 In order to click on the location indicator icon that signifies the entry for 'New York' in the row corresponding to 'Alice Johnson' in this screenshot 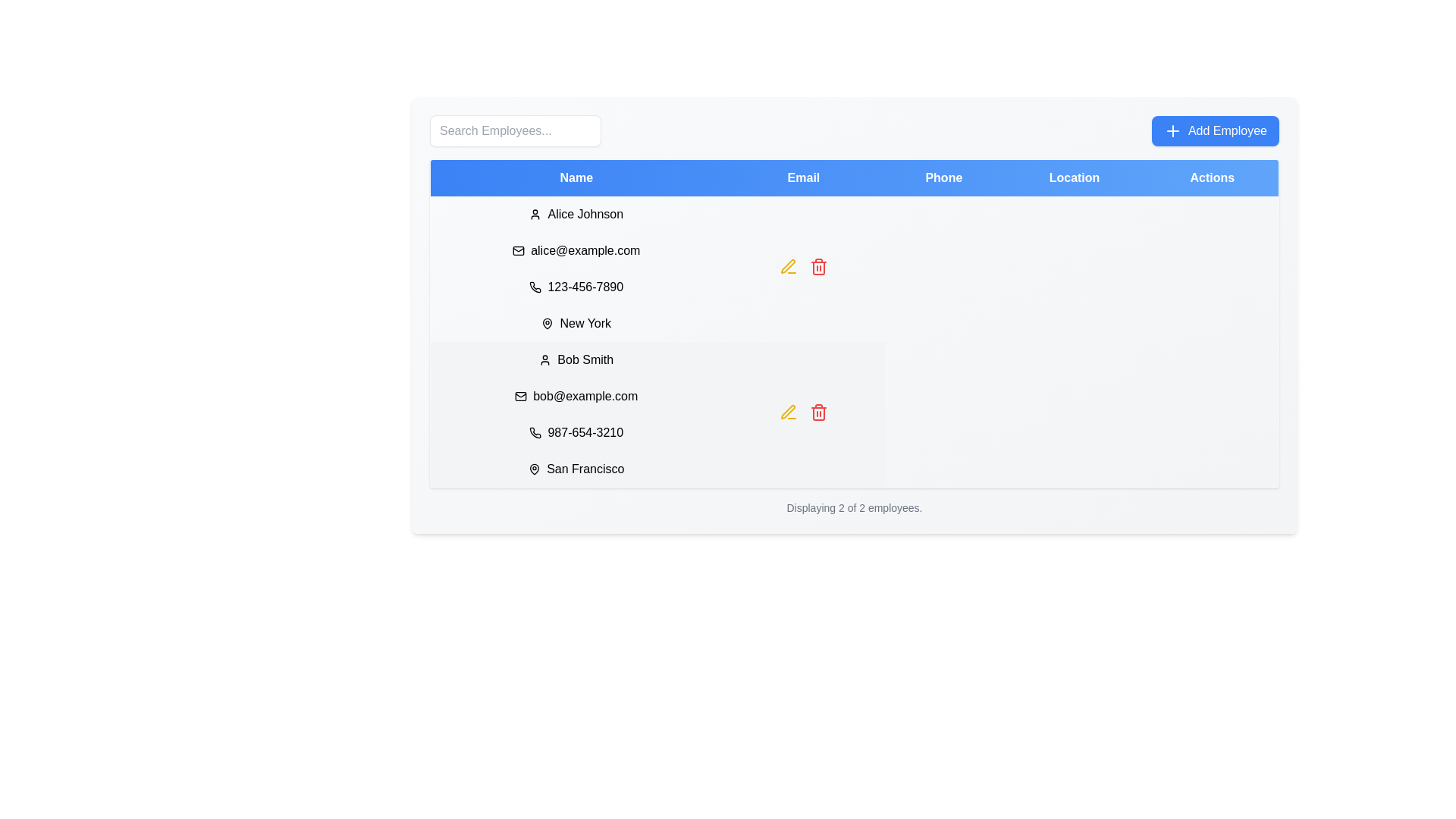, I will do `click(547, 323)`.